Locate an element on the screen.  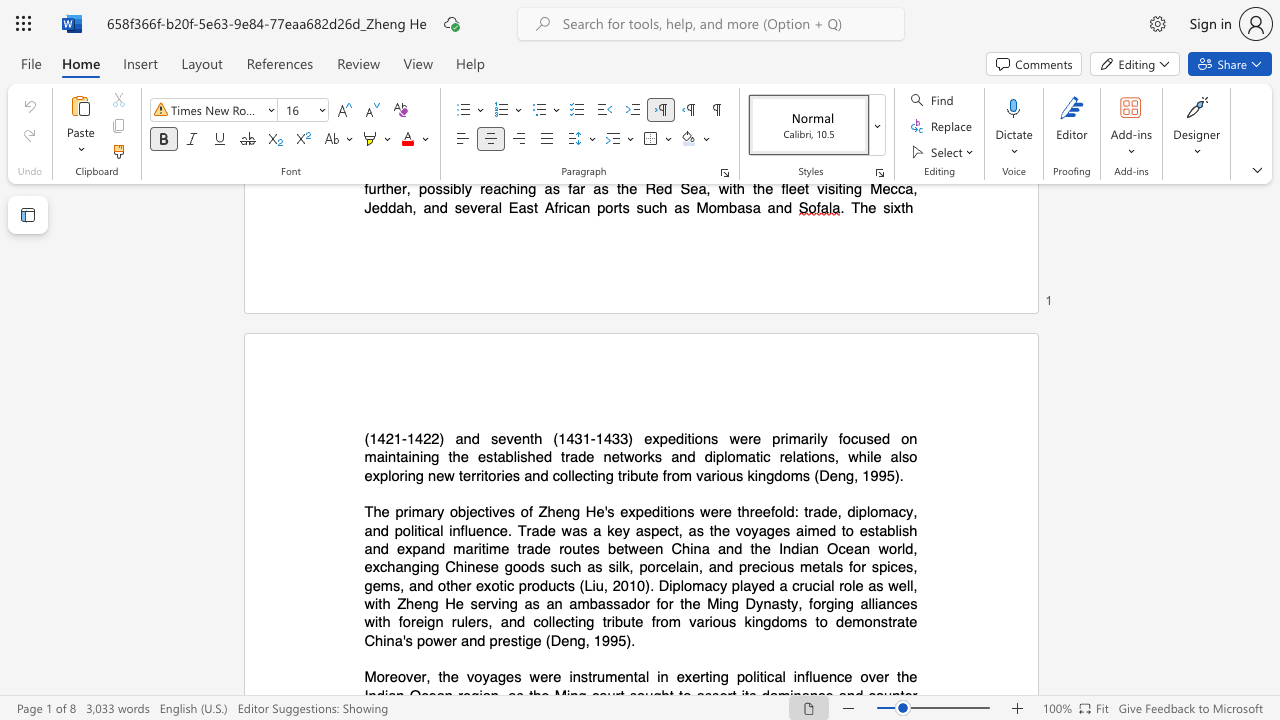
the subset text "at" within the text "demonstrate" is located at coordinates (896, 621).